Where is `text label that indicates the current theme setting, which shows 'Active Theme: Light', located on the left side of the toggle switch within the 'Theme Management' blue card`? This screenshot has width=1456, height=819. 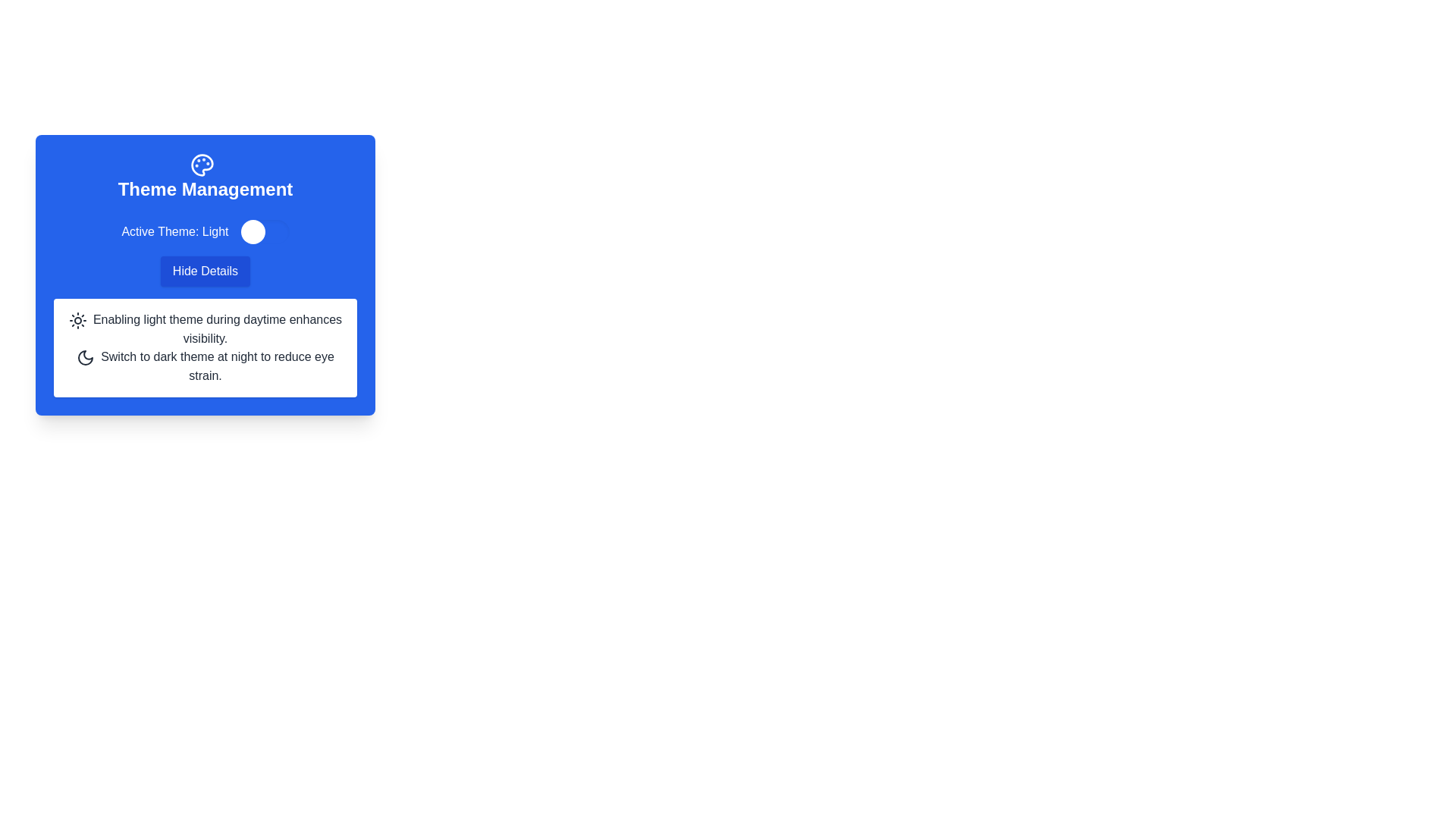
text label that indicates the current theme setting, which shows 'Active Theme: Light', located on the left side of the toggle switch within the 'Theme Management' blue card is located at coordinates (174, 231).